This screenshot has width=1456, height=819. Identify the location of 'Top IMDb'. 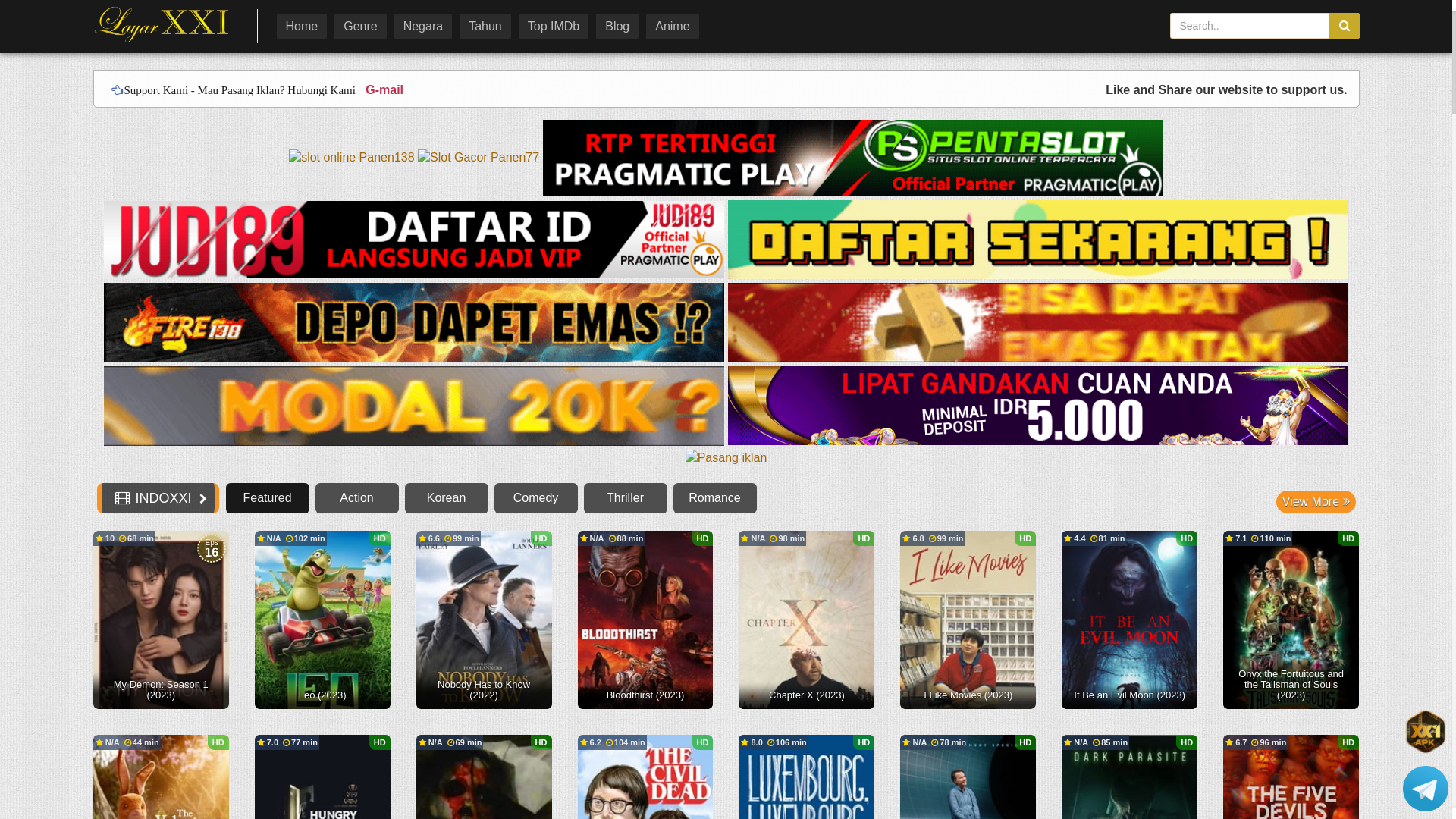
(552, 26).